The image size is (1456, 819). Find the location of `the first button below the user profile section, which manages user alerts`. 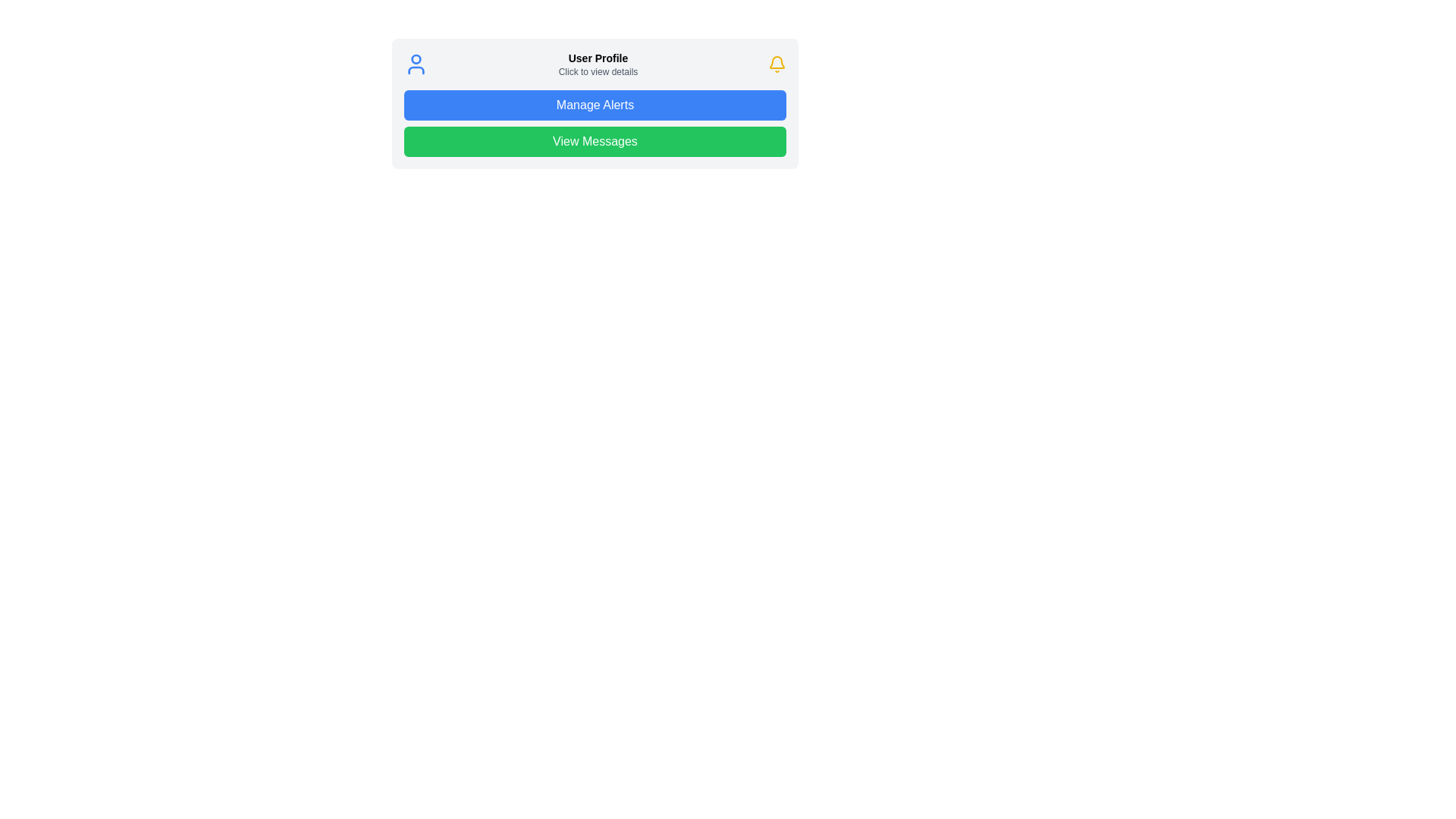

the first button below the user profile section, which manages user alerts is located at coordinates (595, 104).